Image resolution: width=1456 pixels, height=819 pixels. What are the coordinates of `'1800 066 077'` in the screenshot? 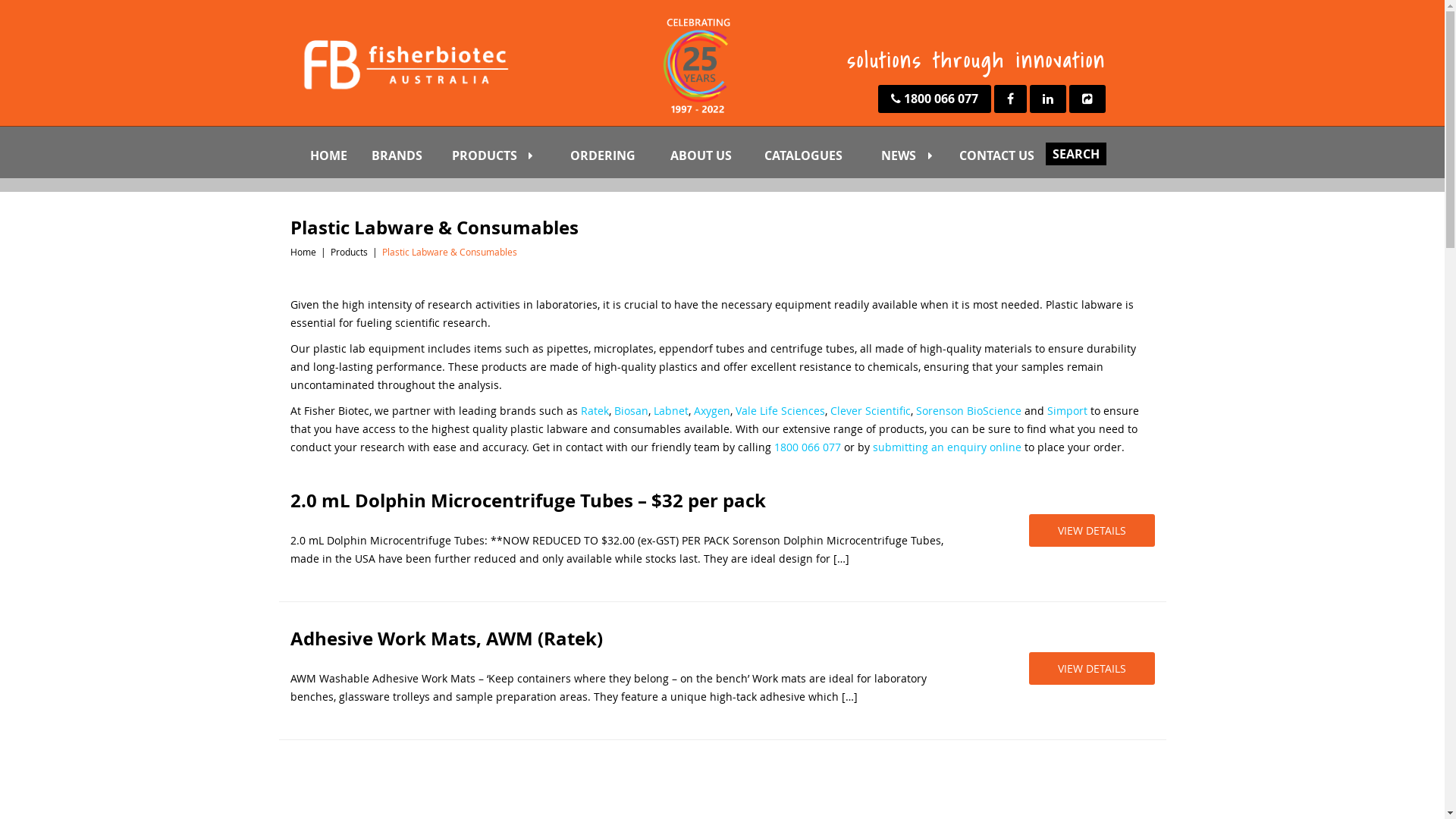 It's located at (934, 99).